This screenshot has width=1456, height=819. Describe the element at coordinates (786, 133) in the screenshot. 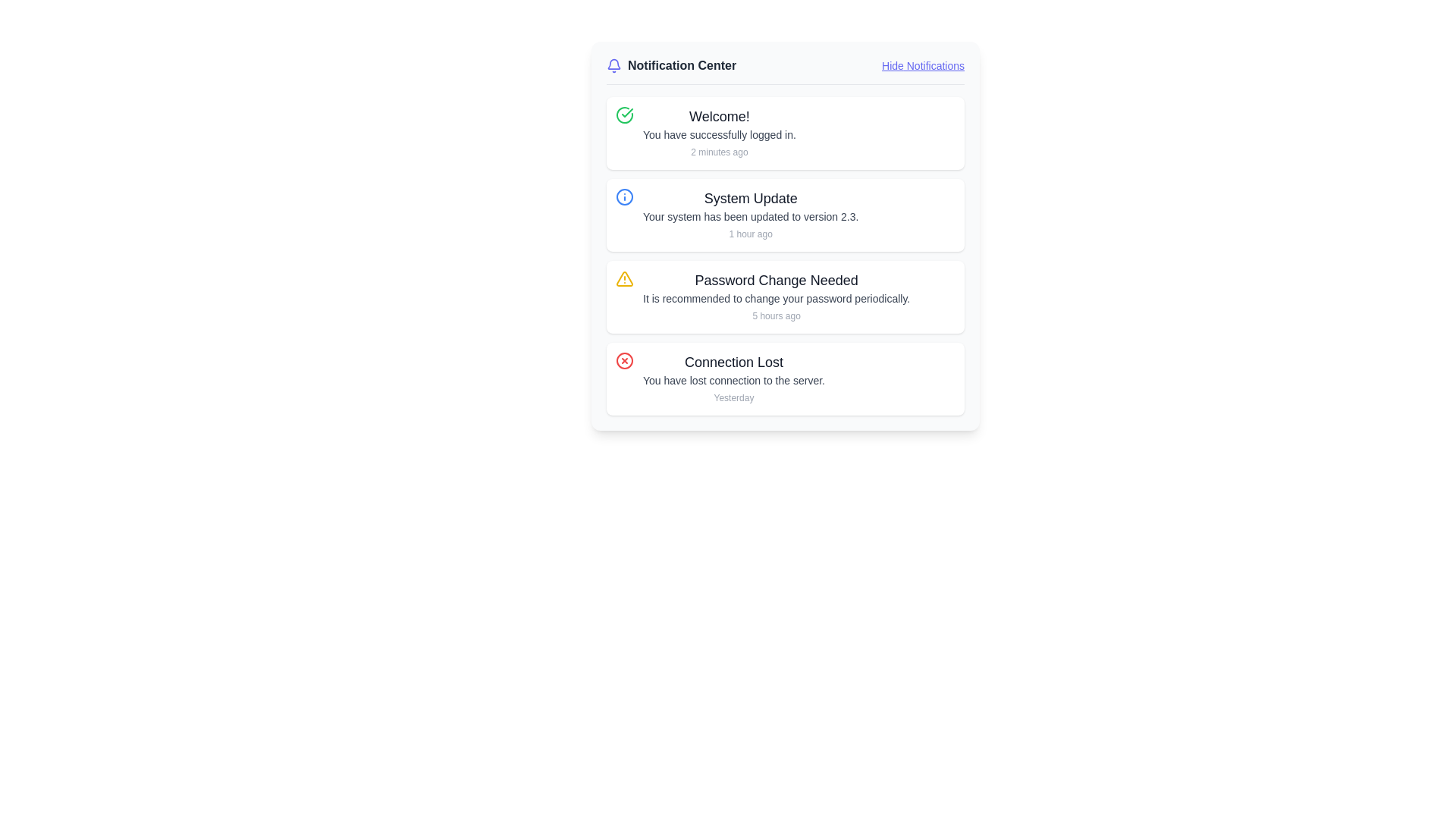

I see `the Notification card displaying the message 'Welcome! You have successfully logged in. 2 minutes ago' which is the first notification in the Notification Center` at that location.